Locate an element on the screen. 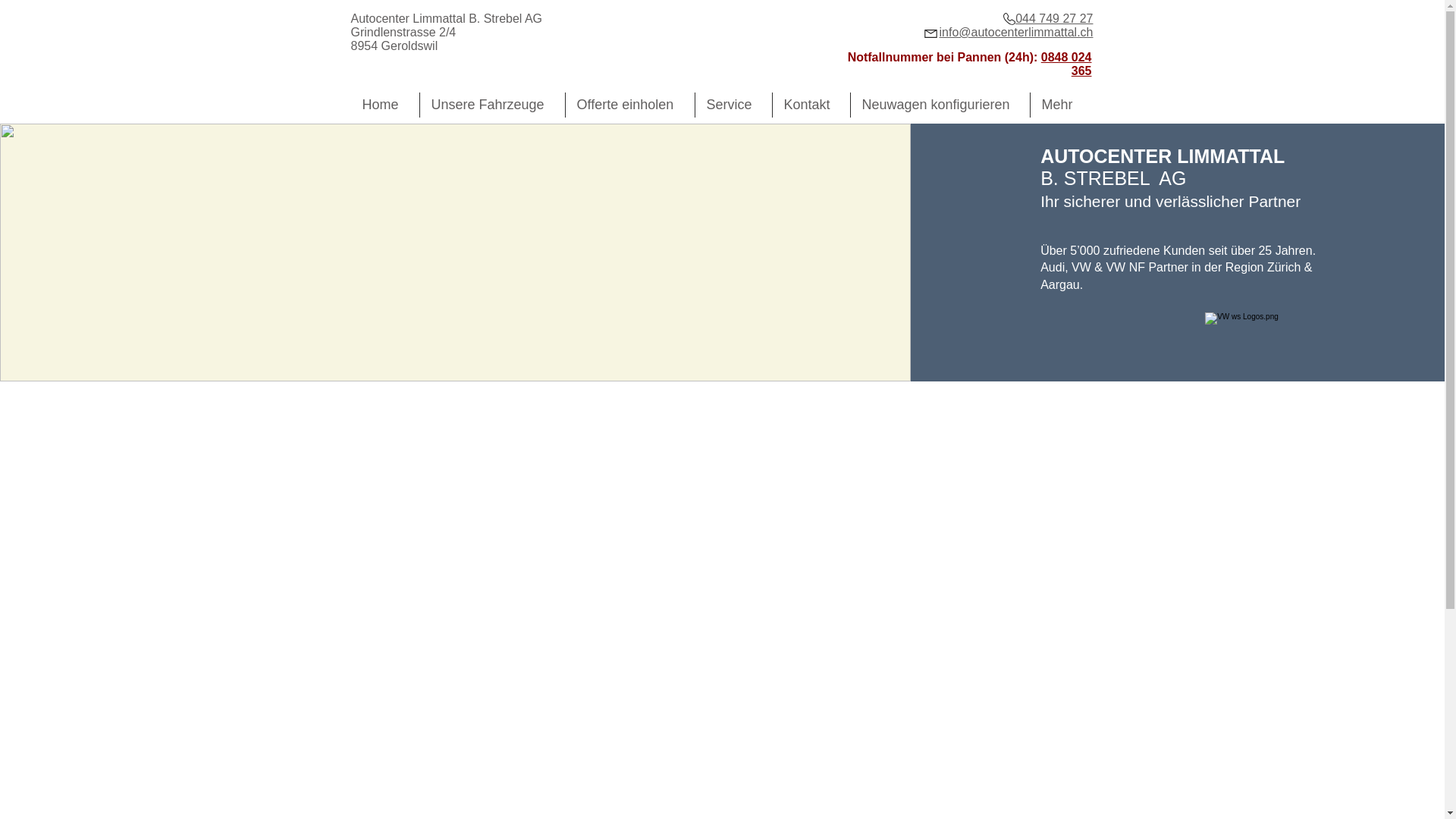 Image resolution: width=1456 pixels, height=819 pixels. 'Offerte einholen' is located at coordinates (629, 104).